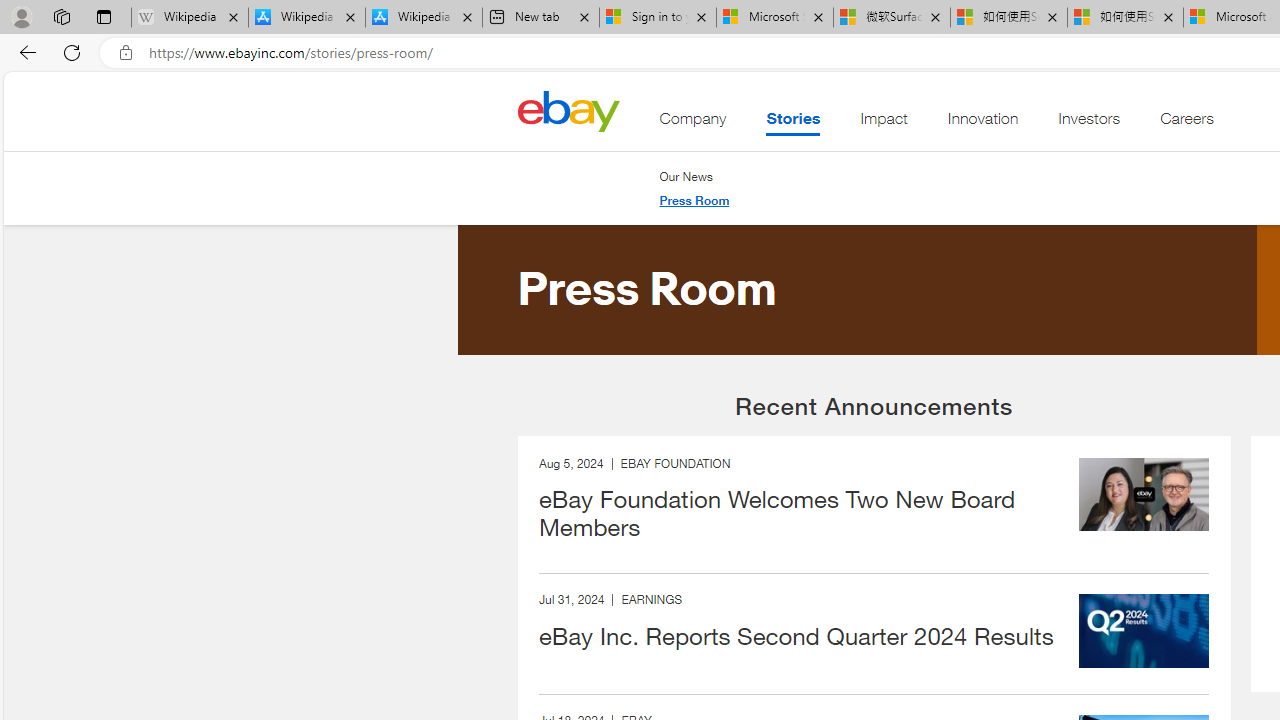 Image resolution: width=1280 pixels, height=720 pixels. I want to click on 'Our News', so click(686, 175).